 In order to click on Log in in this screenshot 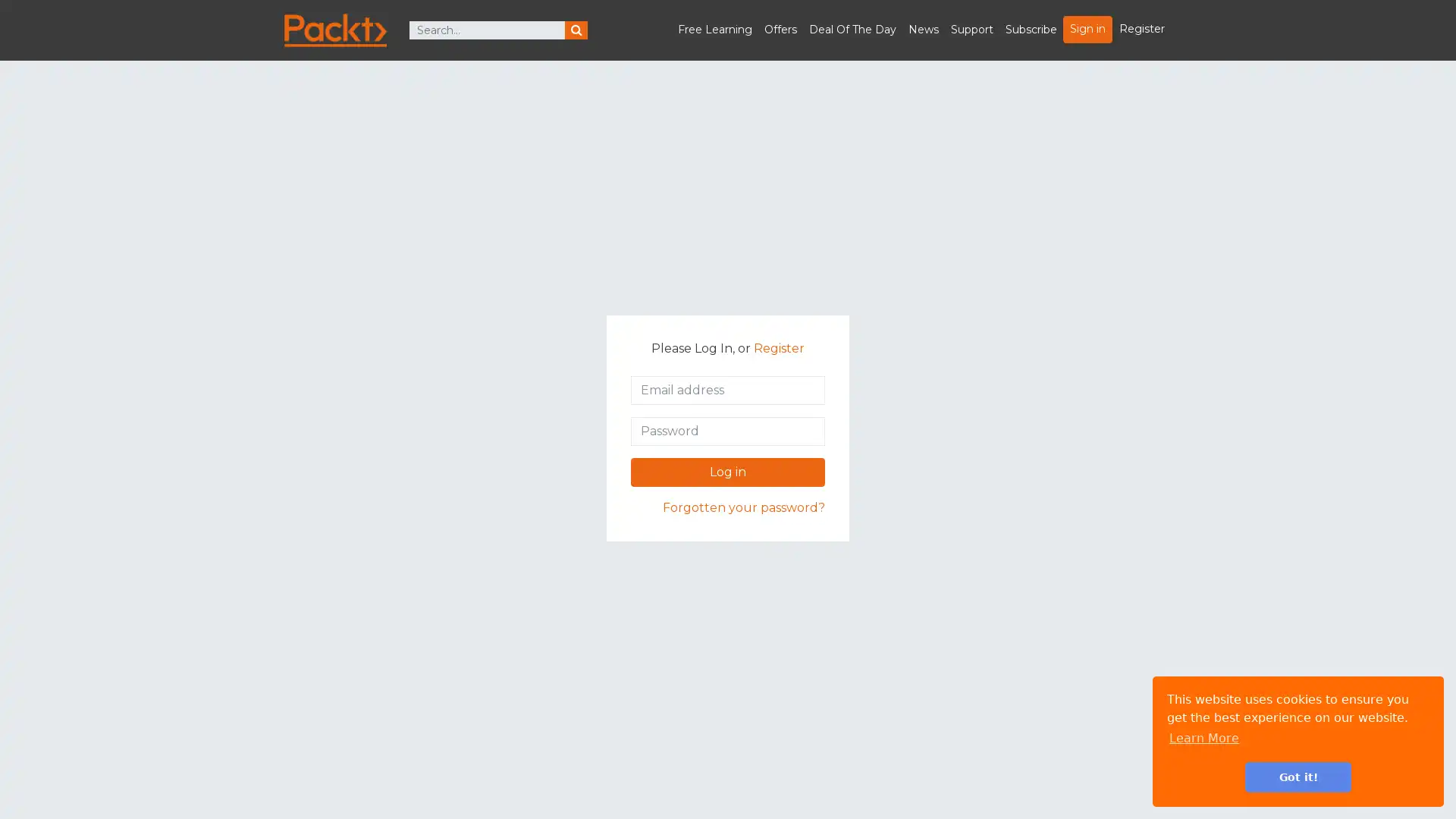, I will do `click(728, 472)`.